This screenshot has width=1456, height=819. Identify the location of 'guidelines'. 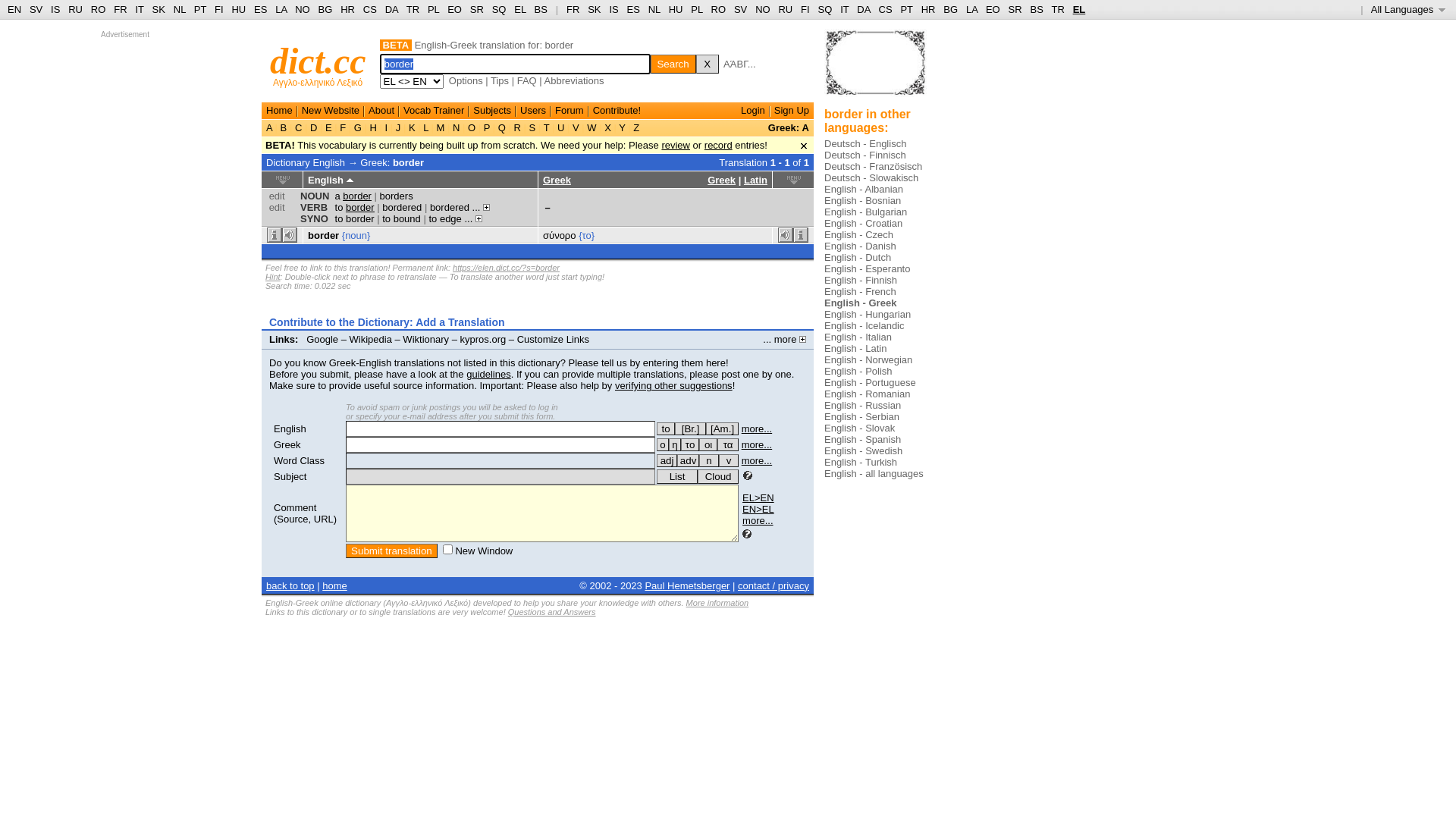
(488, 374).